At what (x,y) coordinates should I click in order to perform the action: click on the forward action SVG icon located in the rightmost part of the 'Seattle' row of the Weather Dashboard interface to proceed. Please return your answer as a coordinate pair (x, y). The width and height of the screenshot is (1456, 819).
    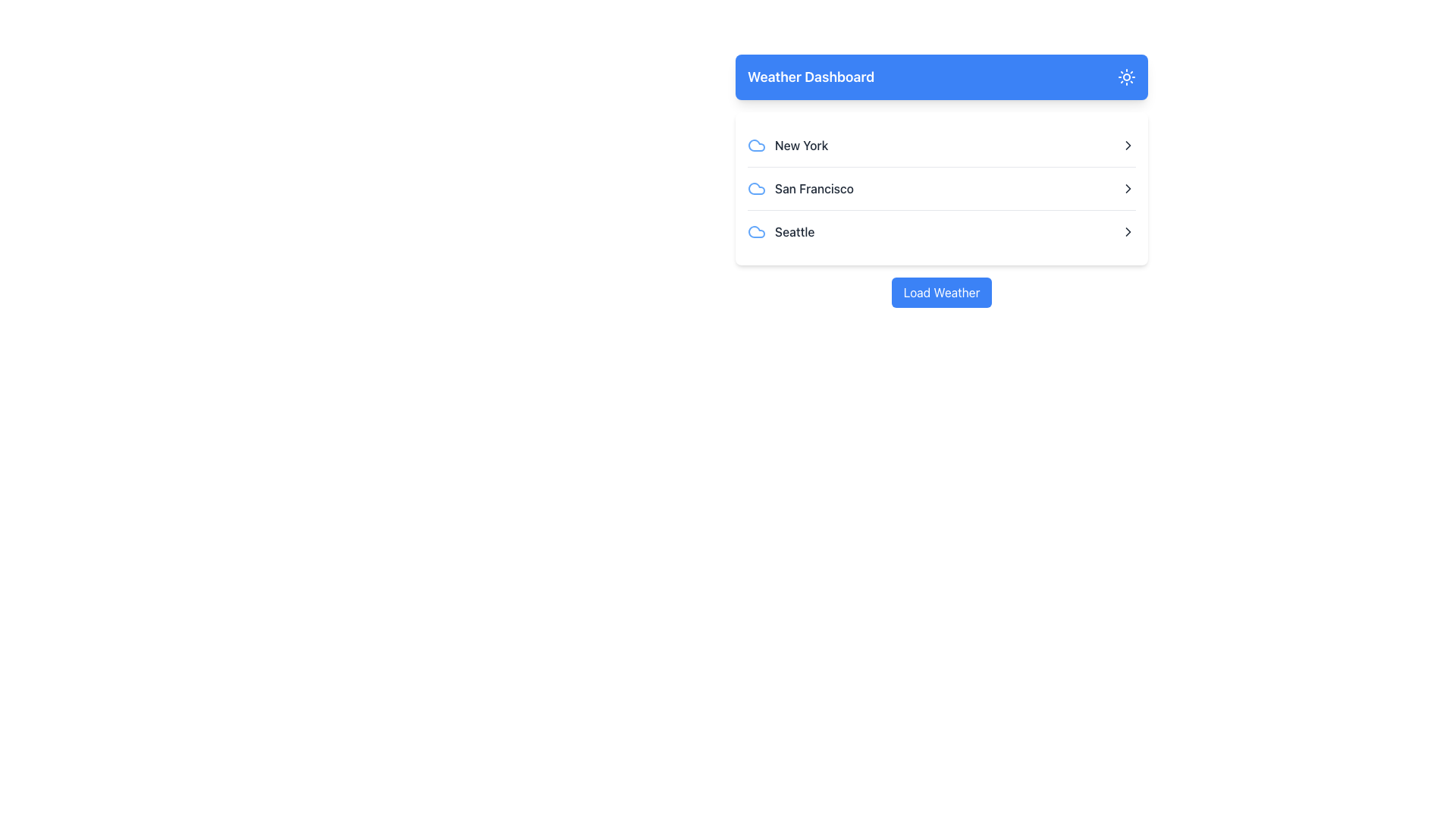
    Looking at the image, I should click on (1128, 231).